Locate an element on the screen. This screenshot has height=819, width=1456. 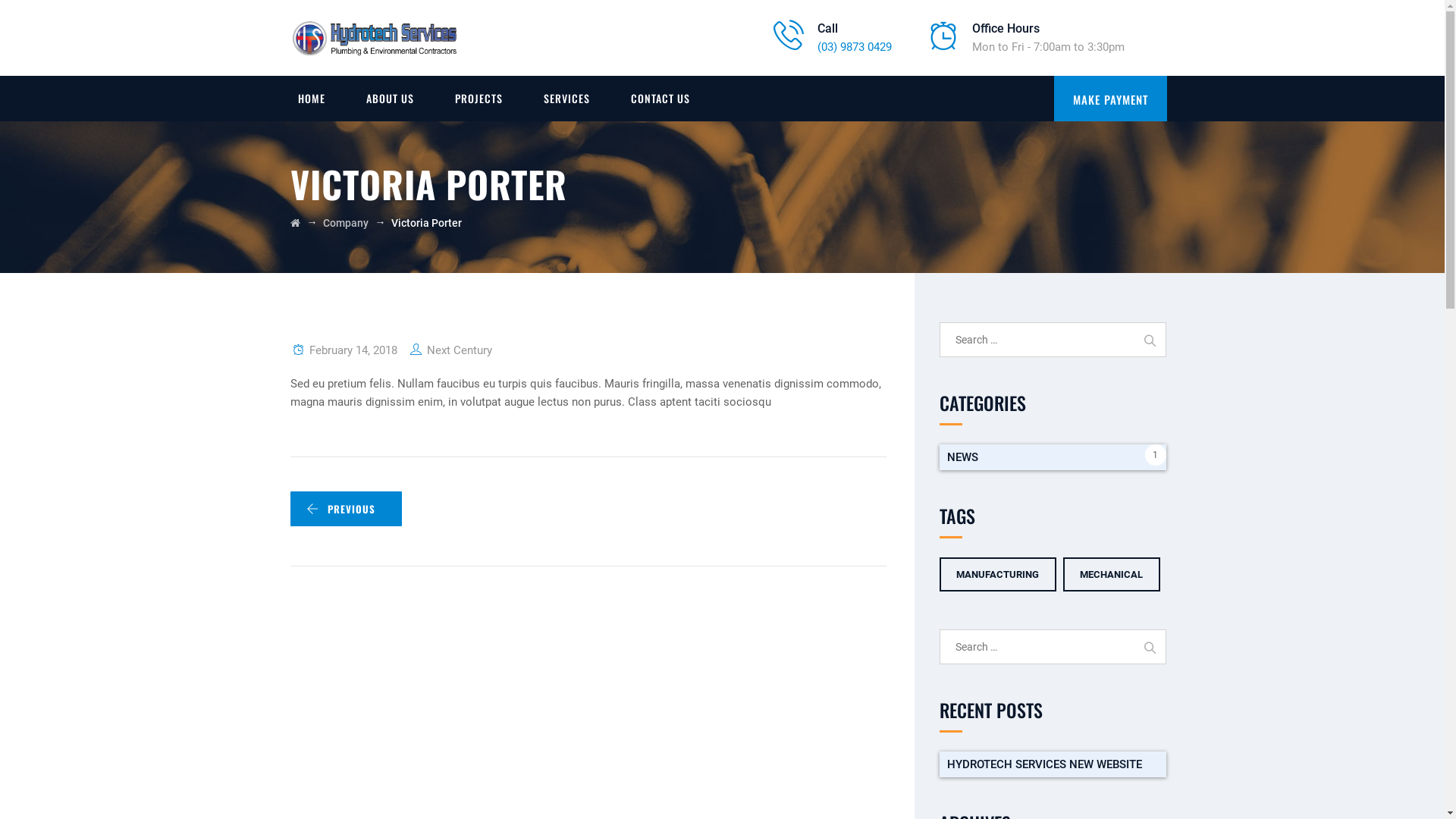
'Next Century' is located at coordinates (425, 350).